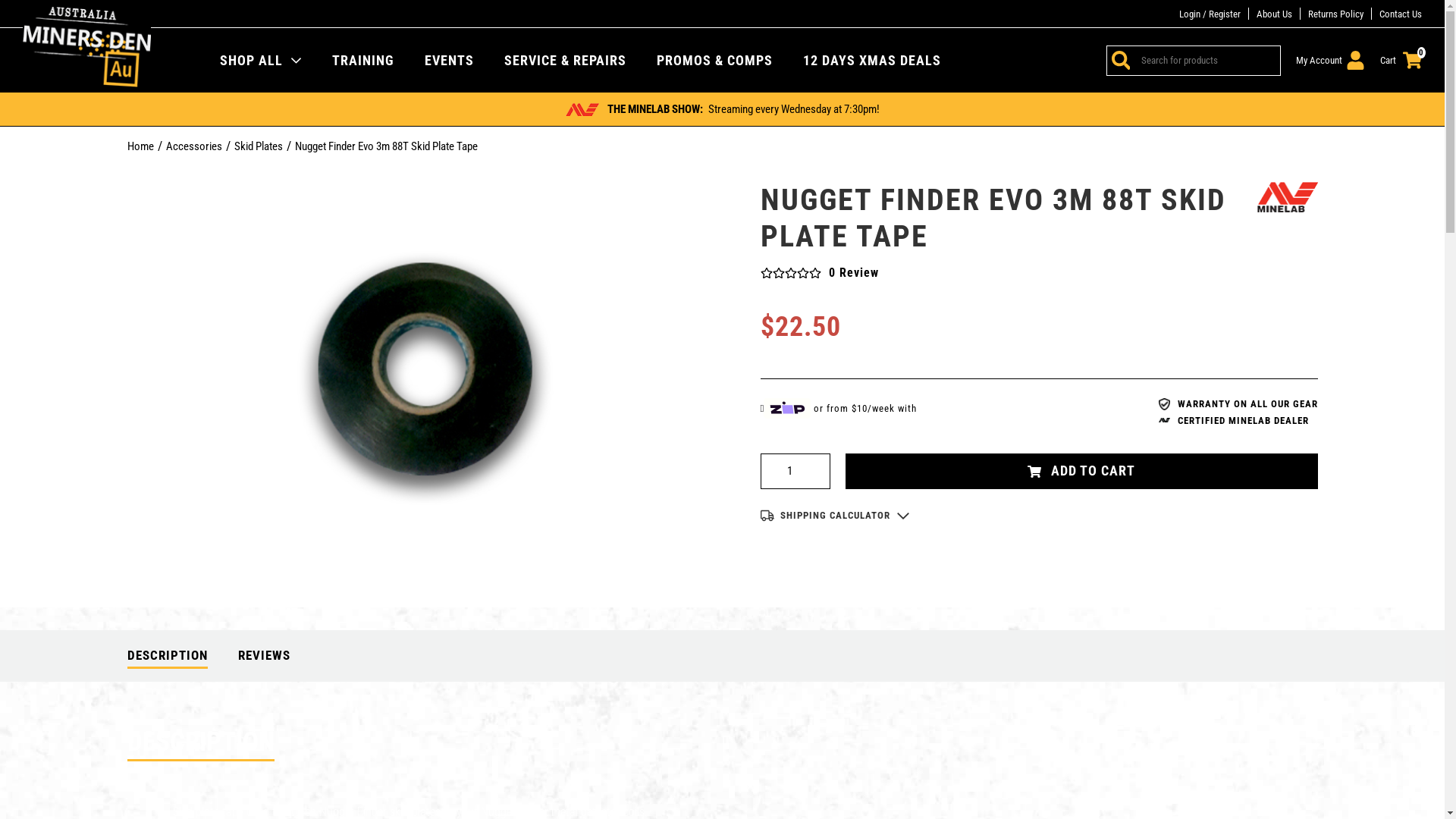  Describe the element at coordinates (140, 146) in the screenshot. I see `'Home'` at that location.